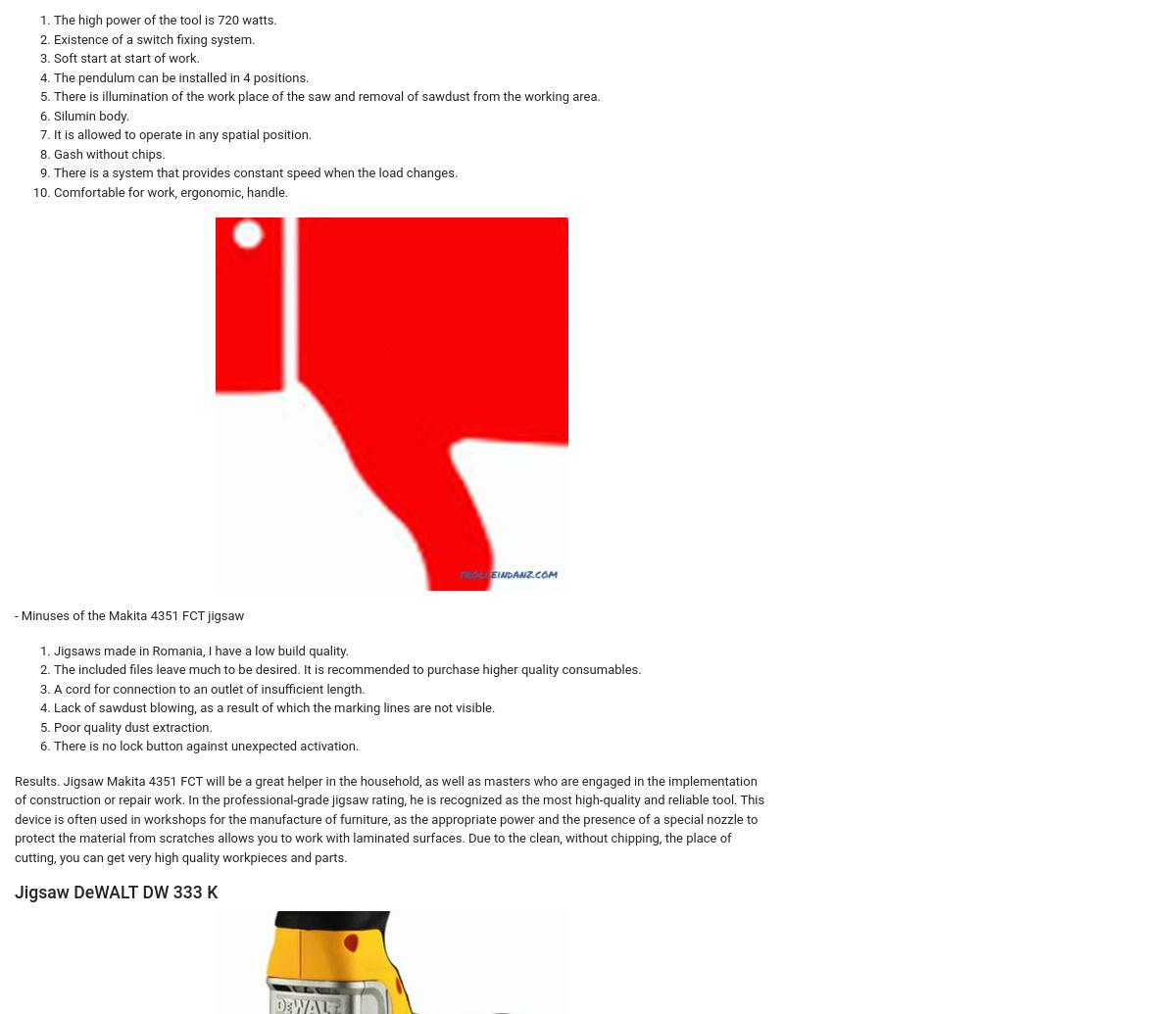 This screenshot has width=1176, height=1014. I want to click on 'Jigsaws made in Romania, I have a low build quality.', so click(53, 649).